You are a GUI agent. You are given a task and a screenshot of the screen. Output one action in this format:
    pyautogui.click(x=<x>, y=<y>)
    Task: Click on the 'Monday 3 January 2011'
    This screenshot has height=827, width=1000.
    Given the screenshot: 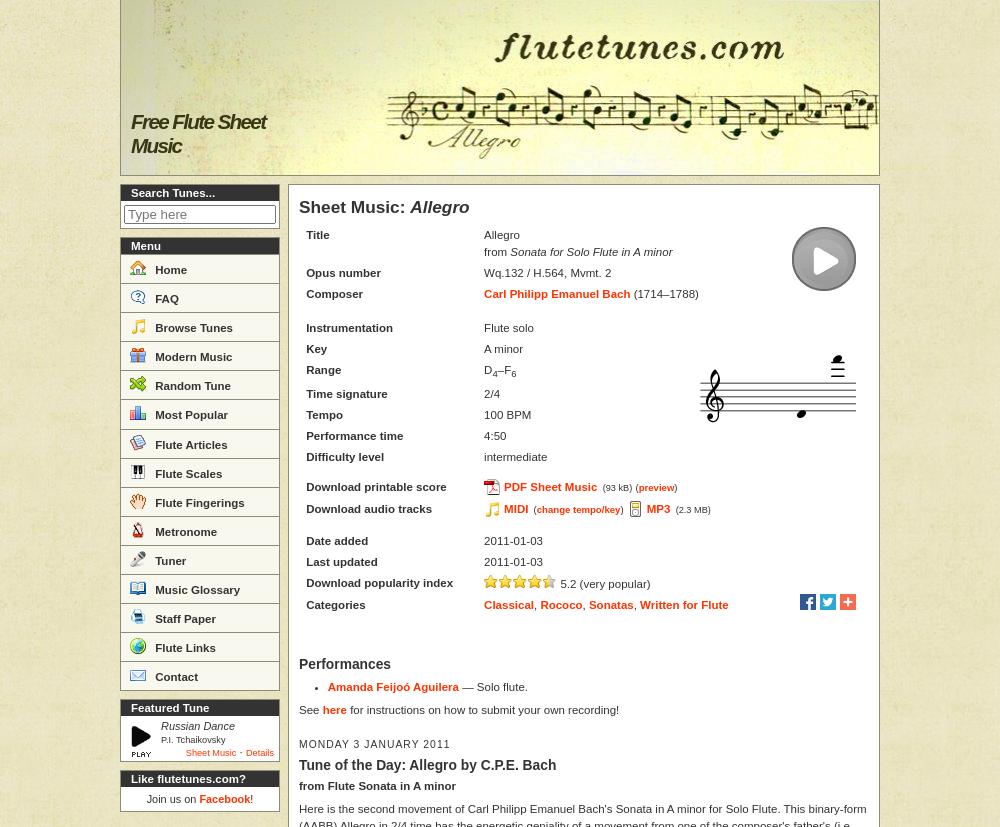 What is the action you would take?
    pyautogui.click(x=299, y=743)
    